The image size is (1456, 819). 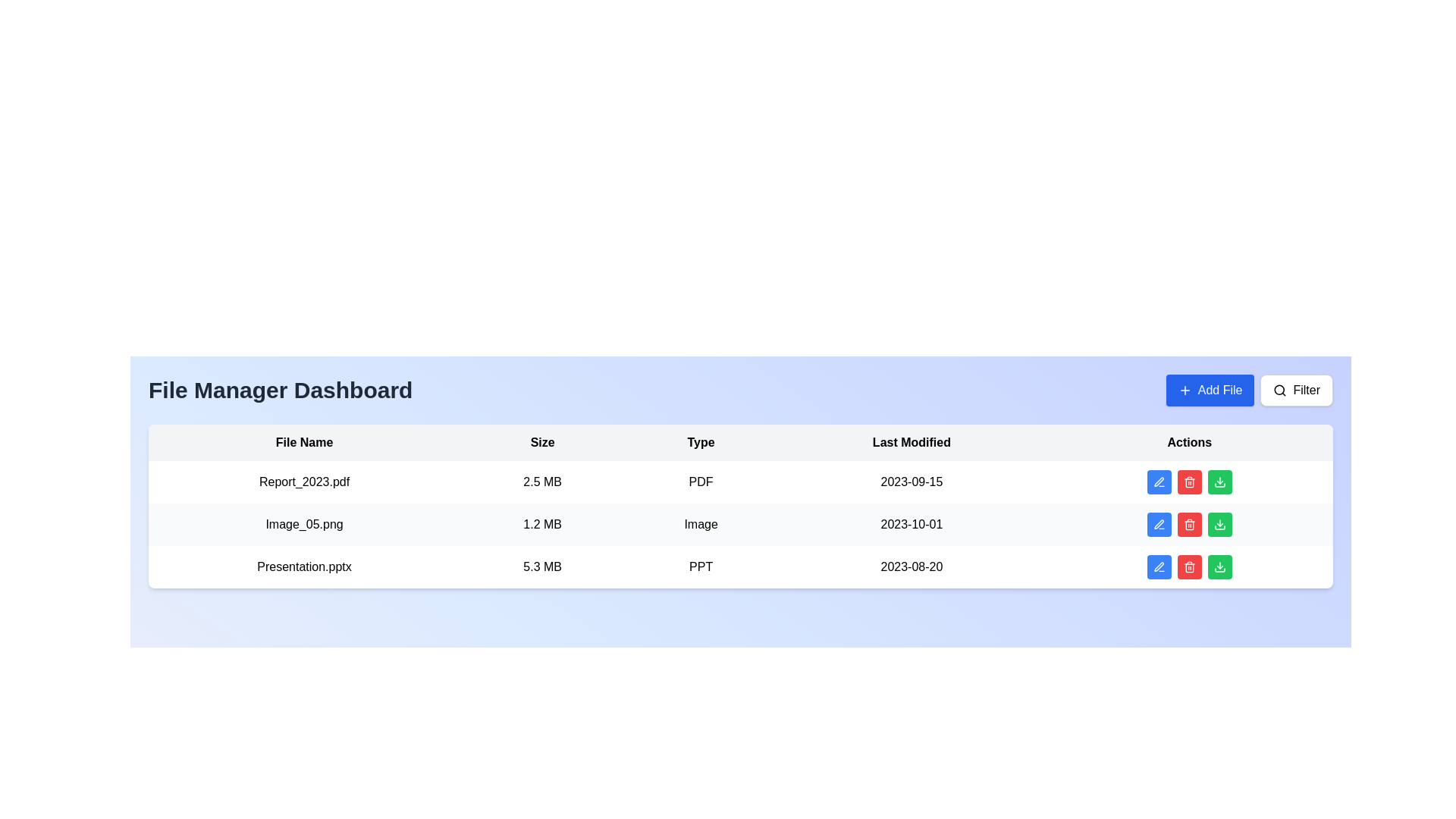 What do you see at coordinates (303, 567) in the screenshot?
I see `the text label displaying 'Presentation.pptx' in the 'File Name' column of the third row in the 'File Manager Dashboard' to copy its name` at bounding box center [303, 567].